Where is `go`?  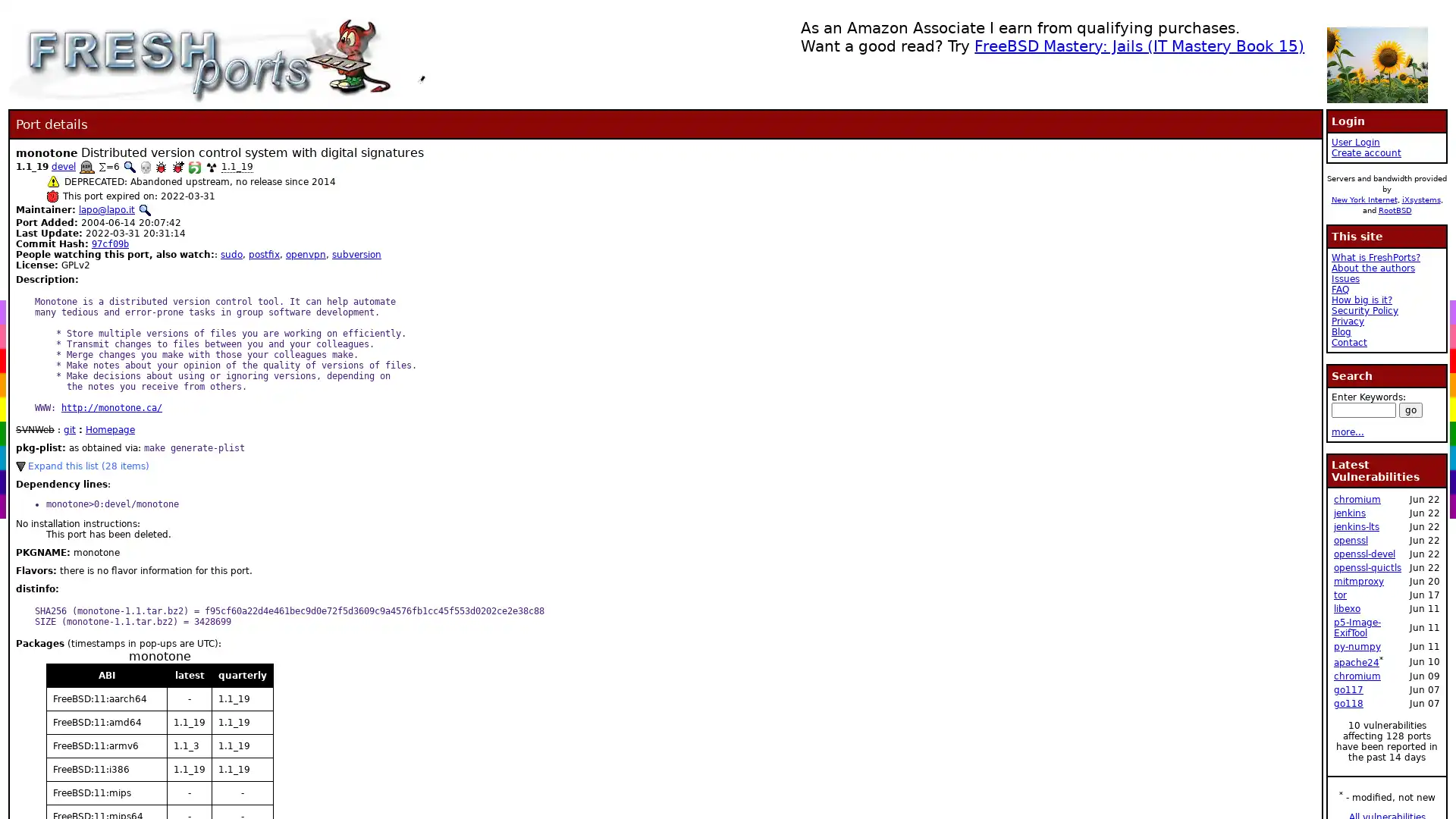 go is located at coordinates (1410, 409).